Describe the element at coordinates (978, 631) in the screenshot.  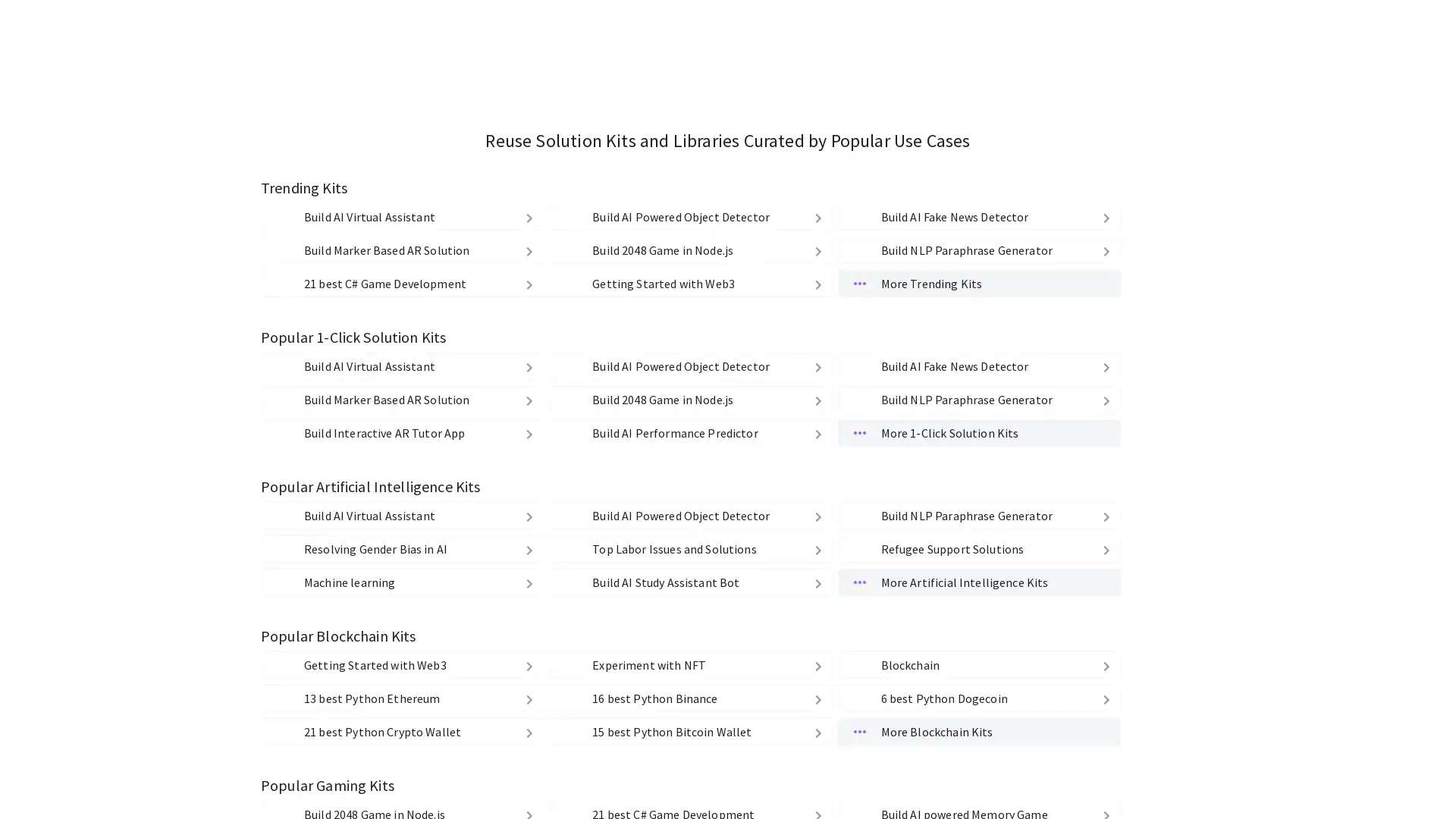
I see `paraphrase-generator1 Build NLP Paraphrase Generator` at that location.